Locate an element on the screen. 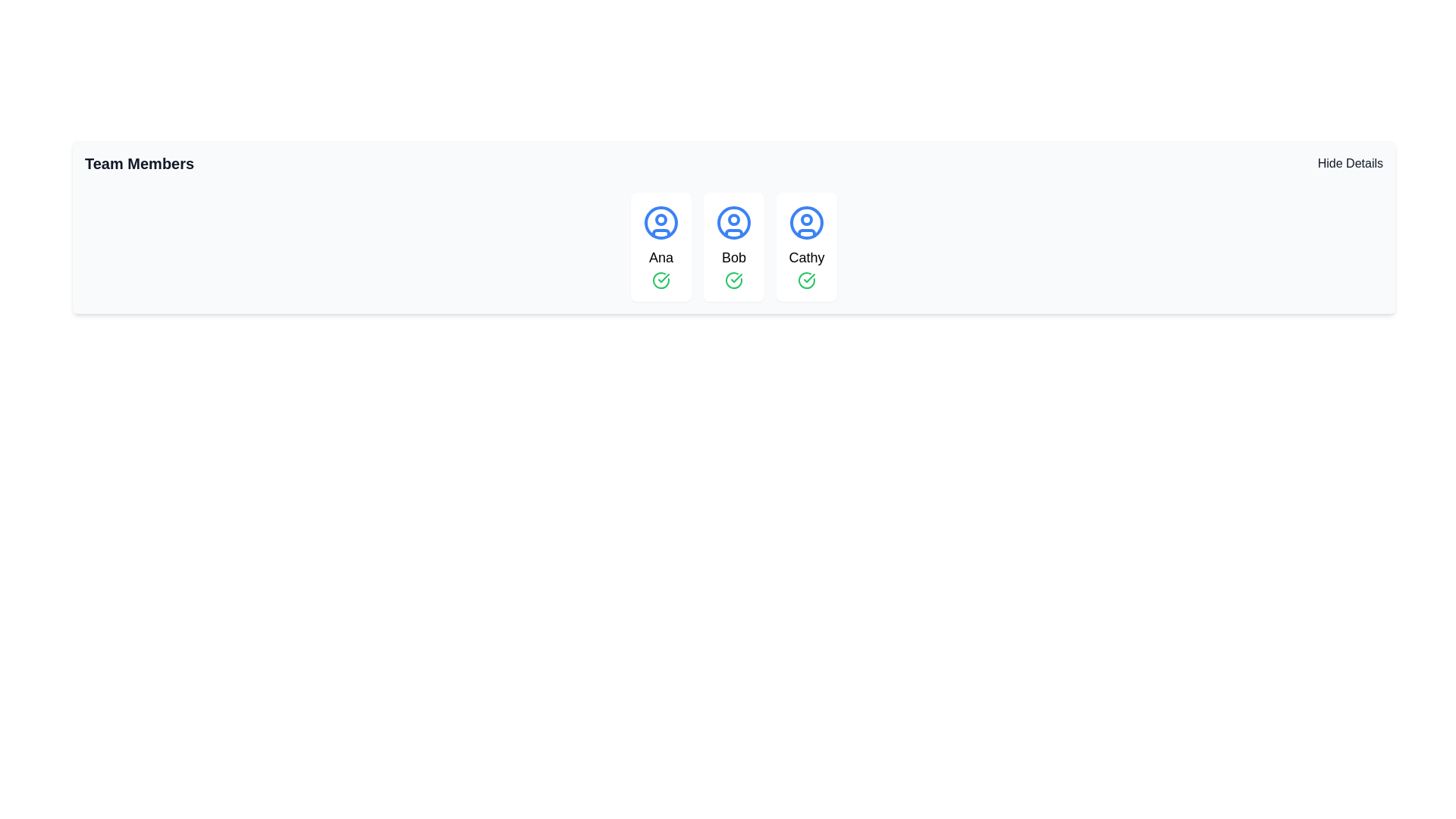  the blue circular shape that represents the outer rim of Bob's user profile icon in the SVG display is located at coordinates (734, 222).